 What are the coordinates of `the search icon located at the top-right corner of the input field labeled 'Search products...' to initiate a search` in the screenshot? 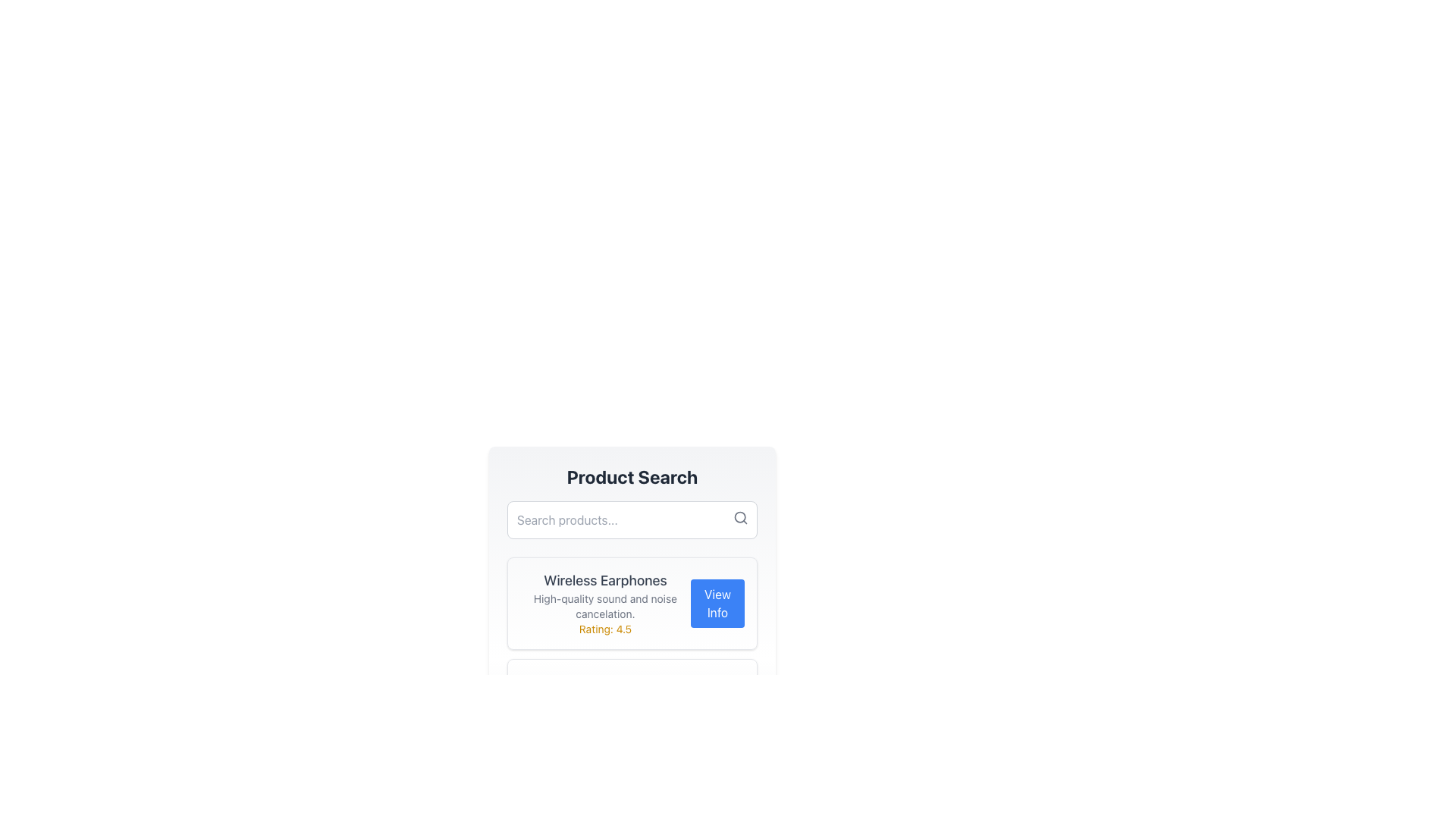 It's located at (741, 516).